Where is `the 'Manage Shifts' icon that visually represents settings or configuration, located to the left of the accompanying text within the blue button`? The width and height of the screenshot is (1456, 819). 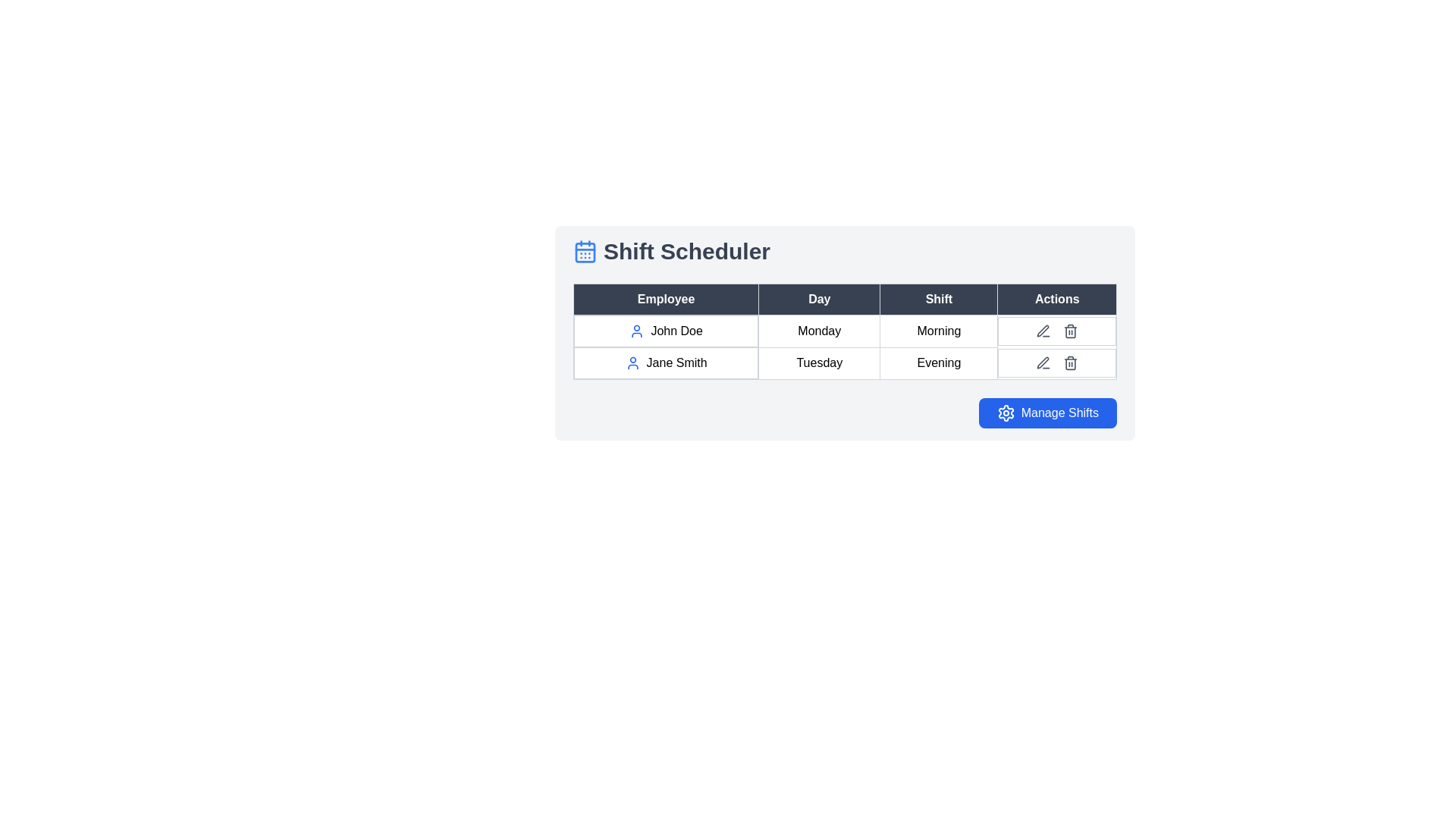
the 'Manage Shifts' icon that visually represents settings or configuration, located to the left of the accompanying text within the blue button is located at coordinates (1006, 413).